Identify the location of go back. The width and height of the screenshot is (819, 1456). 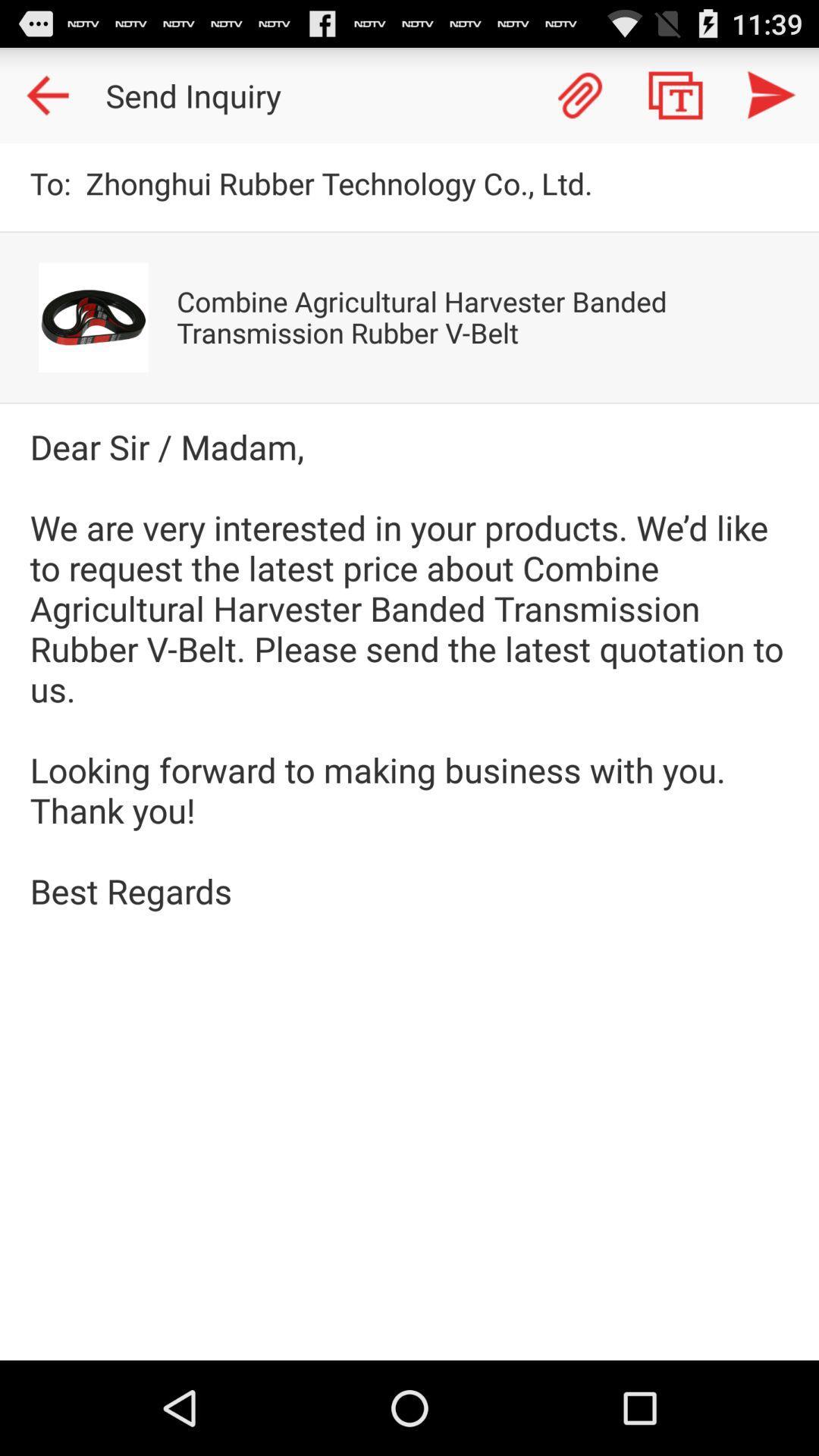
(46, 94).